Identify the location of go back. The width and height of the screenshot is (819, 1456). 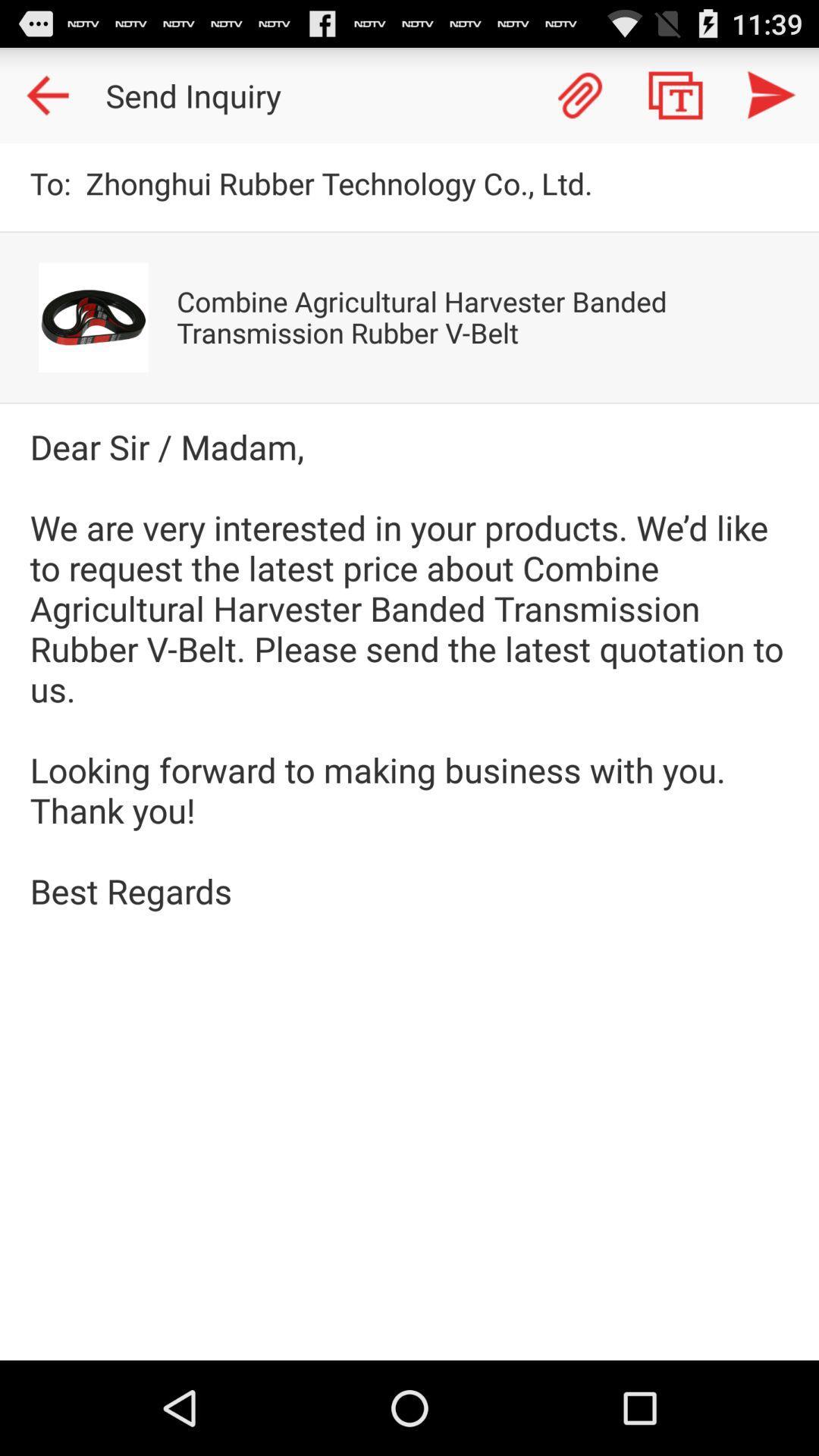
(46, 94).